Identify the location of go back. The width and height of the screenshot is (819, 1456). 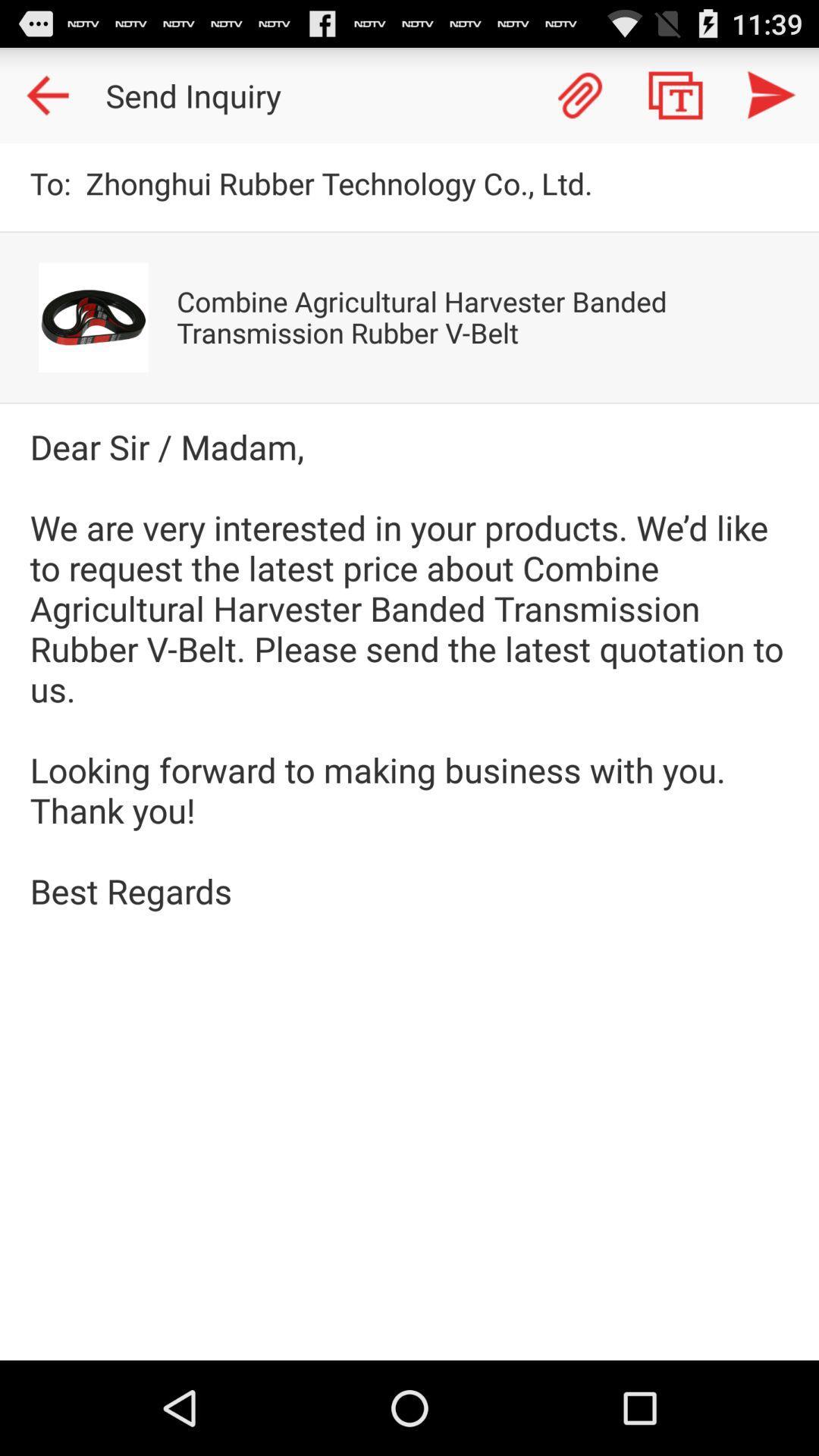
(46, 94).